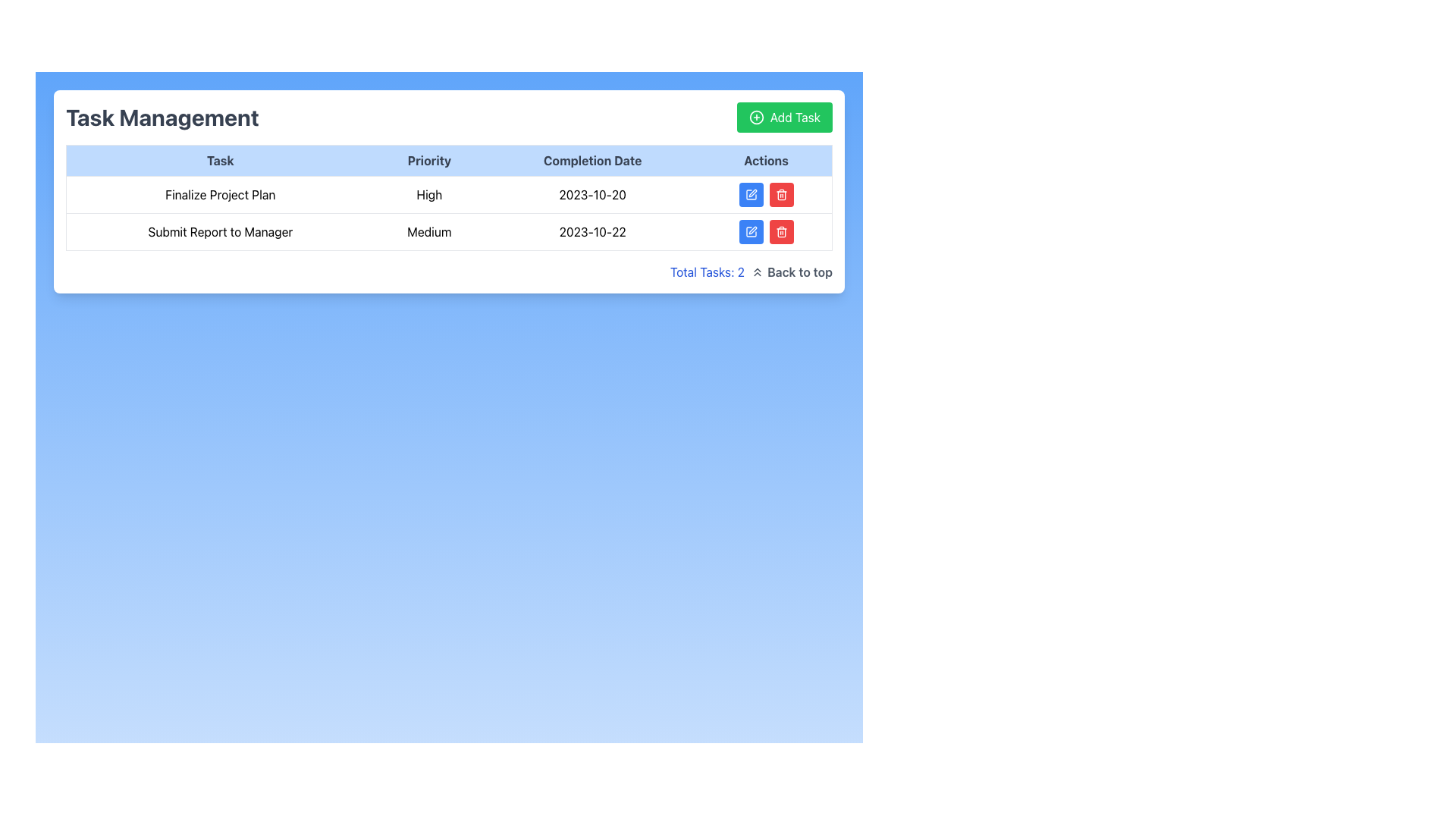 This screenshot has width=1456, height=819. What do you see at coordinates (766, 161) in the screenshot?
I see `the fourth column header in the table, which indicates actions related to the respective rows` at bounding box center [766, 161].